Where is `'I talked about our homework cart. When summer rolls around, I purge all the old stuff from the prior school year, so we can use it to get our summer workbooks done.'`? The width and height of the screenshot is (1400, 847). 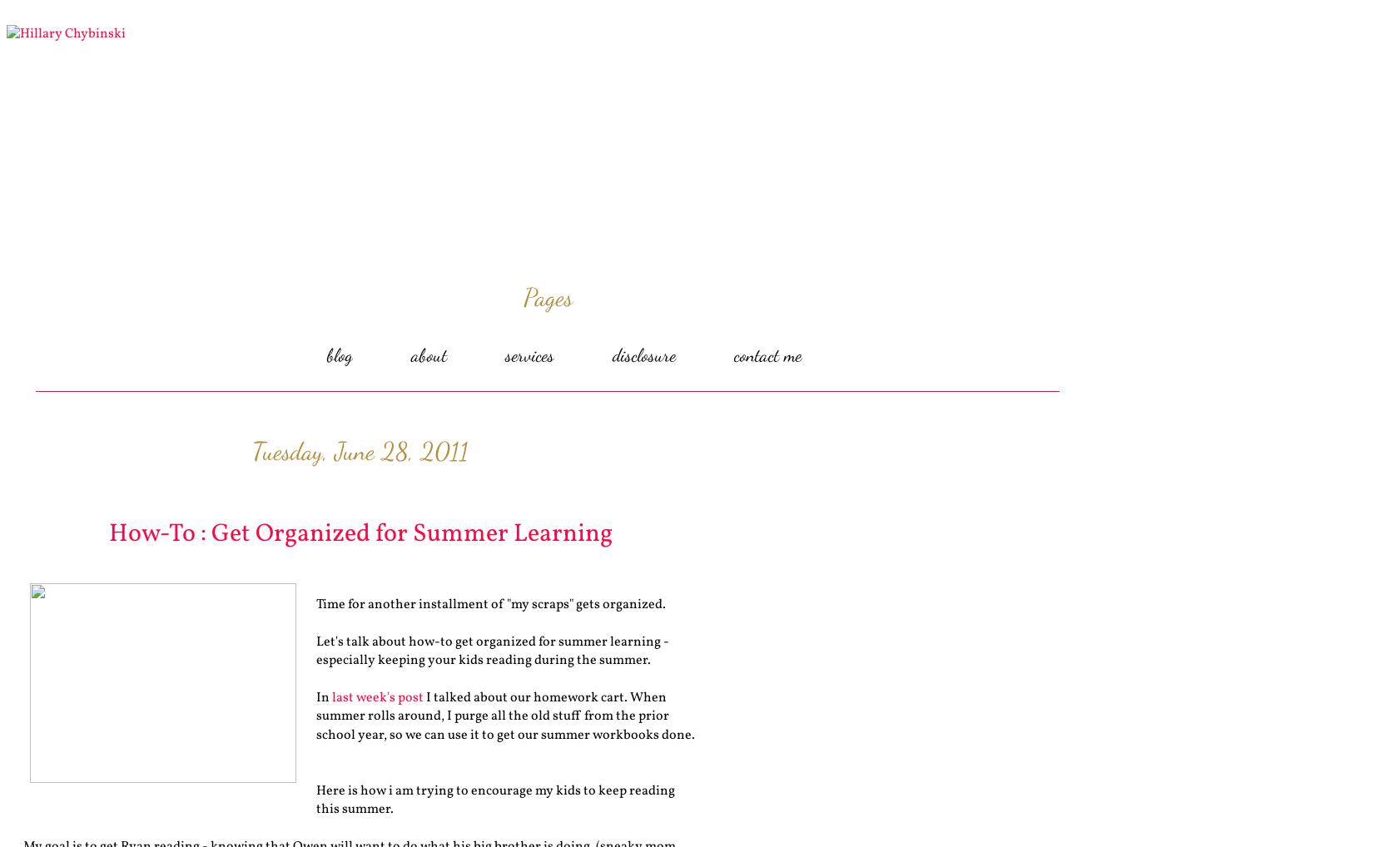 'I talked about our homework cart. When summer rolls around, I purge all the old stuff from the prior school year, so we can use it to get our summer workbooks done.' is located at coordinates (505, 715).